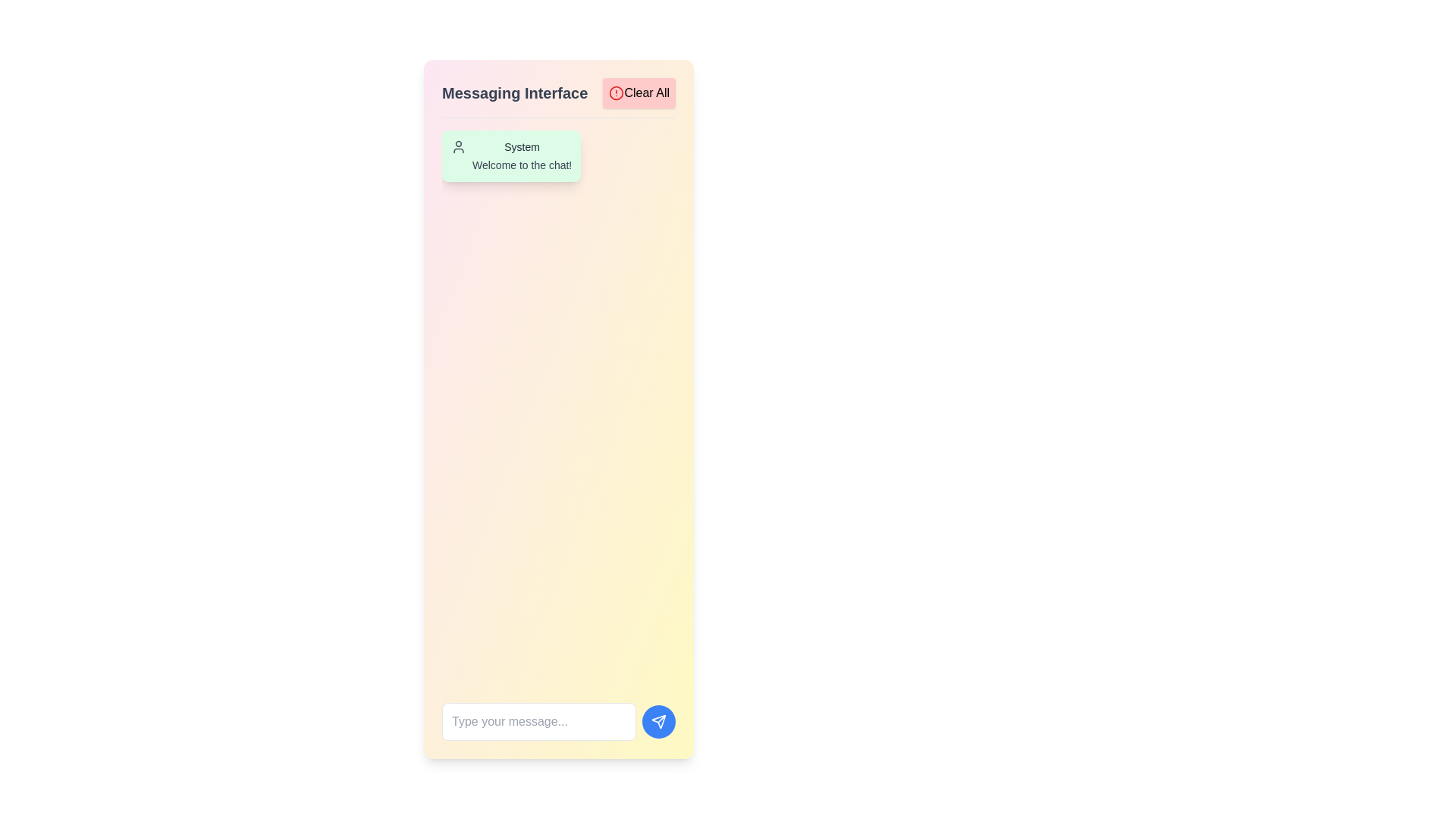 This screenshot has height=819, width=1456. What do you see at coordinates (617, 93) in the screenshot?
I see `the SVG Circle element, which is a circular graphic component with a hollow center located inside the 'Clear All' button at the top-right corner of the interface` at bounding box center [617, 93].